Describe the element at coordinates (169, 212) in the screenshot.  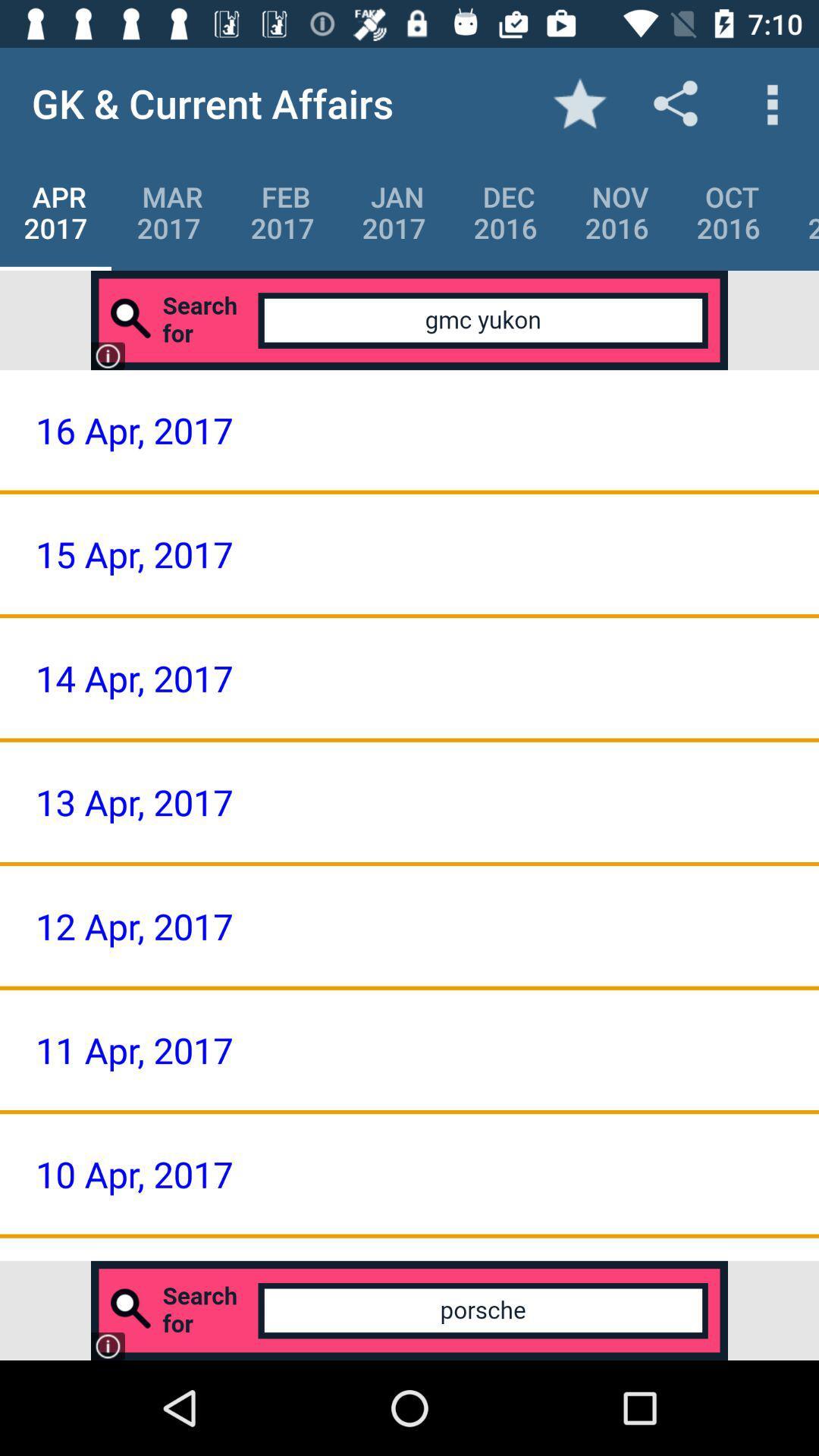
I see `the icon to the left of  feb` at that location.